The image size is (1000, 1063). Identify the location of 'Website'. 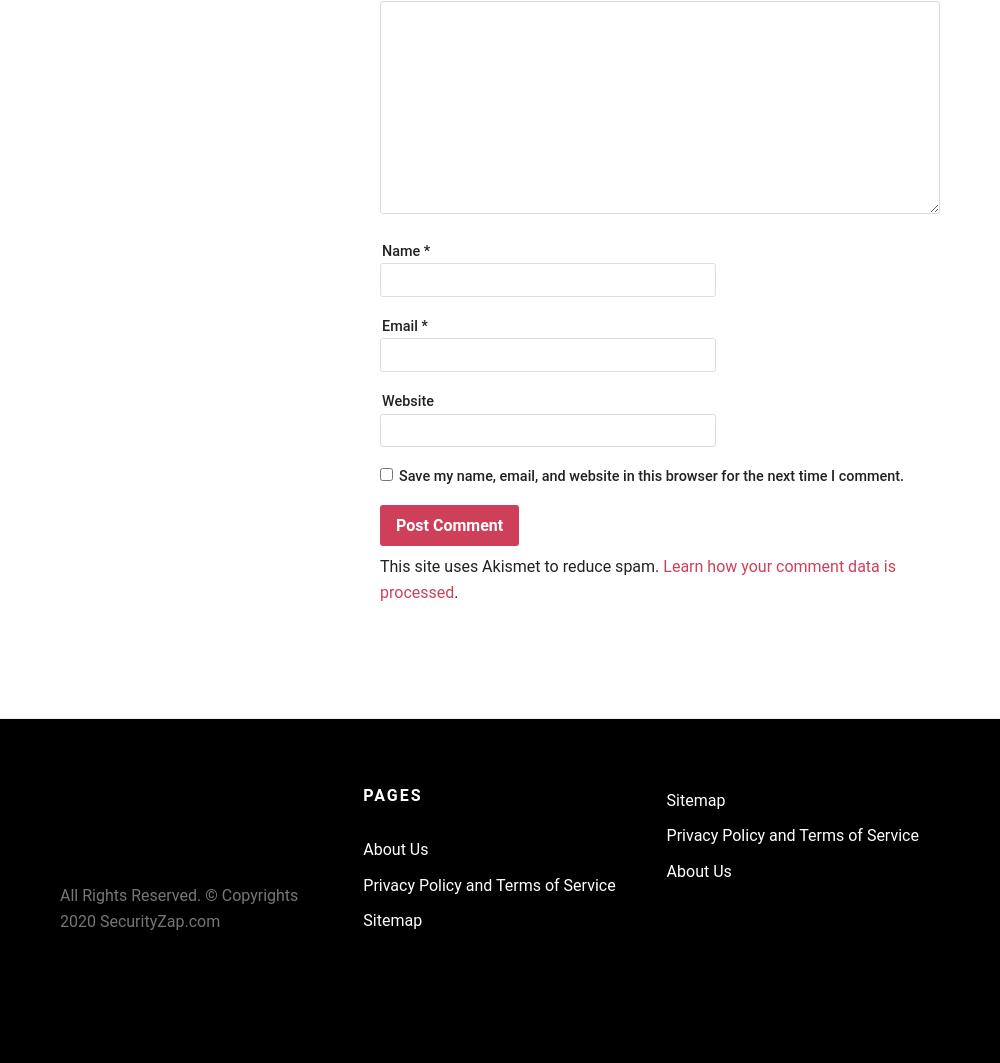
(407, 401).